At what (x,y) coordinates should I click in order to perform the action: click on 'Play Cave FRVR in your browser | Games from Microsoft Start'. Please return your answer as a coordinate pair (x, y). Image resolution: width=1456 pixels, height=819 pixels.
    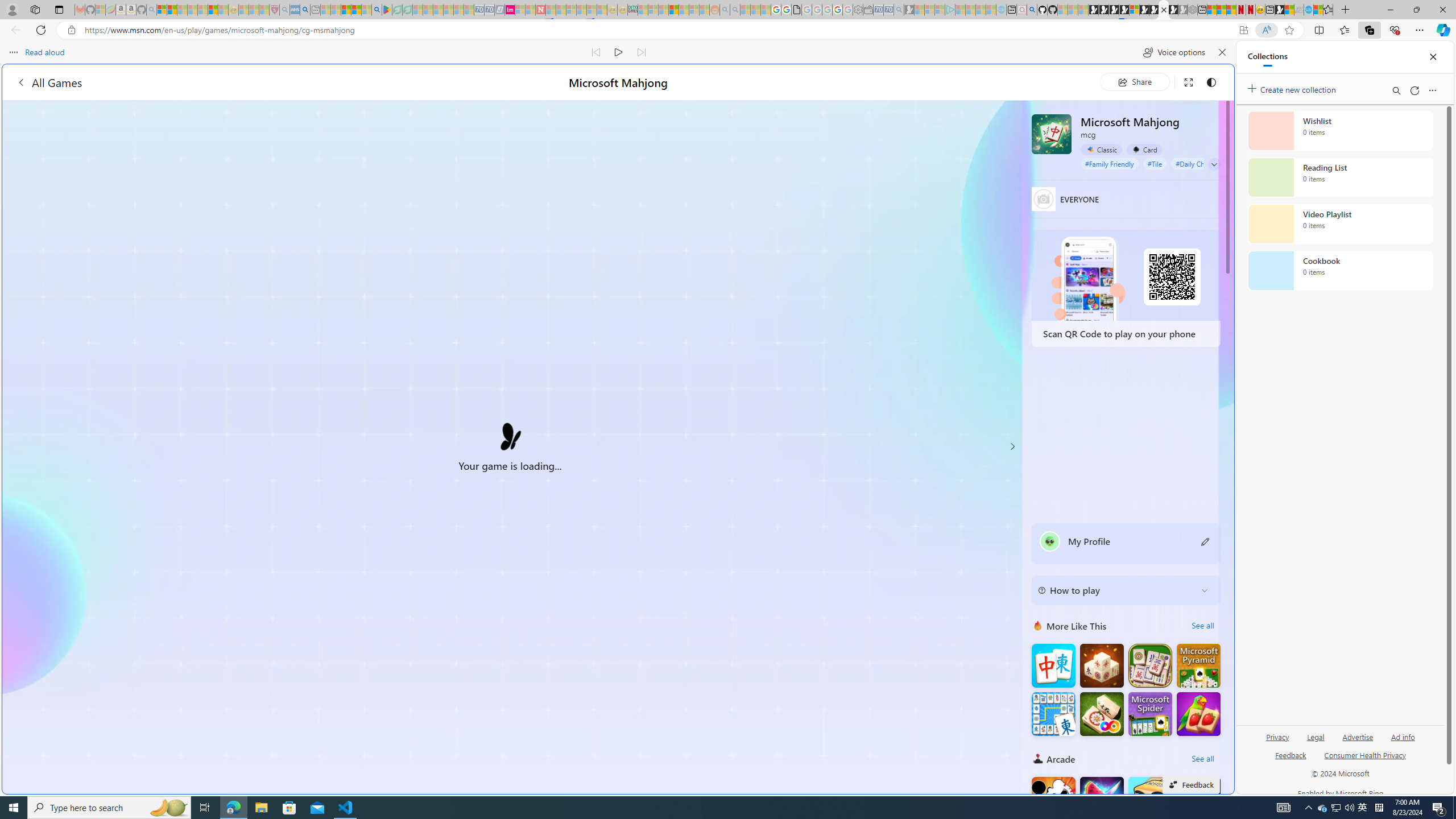
    Looking at the image, I should click on (1113, 9).